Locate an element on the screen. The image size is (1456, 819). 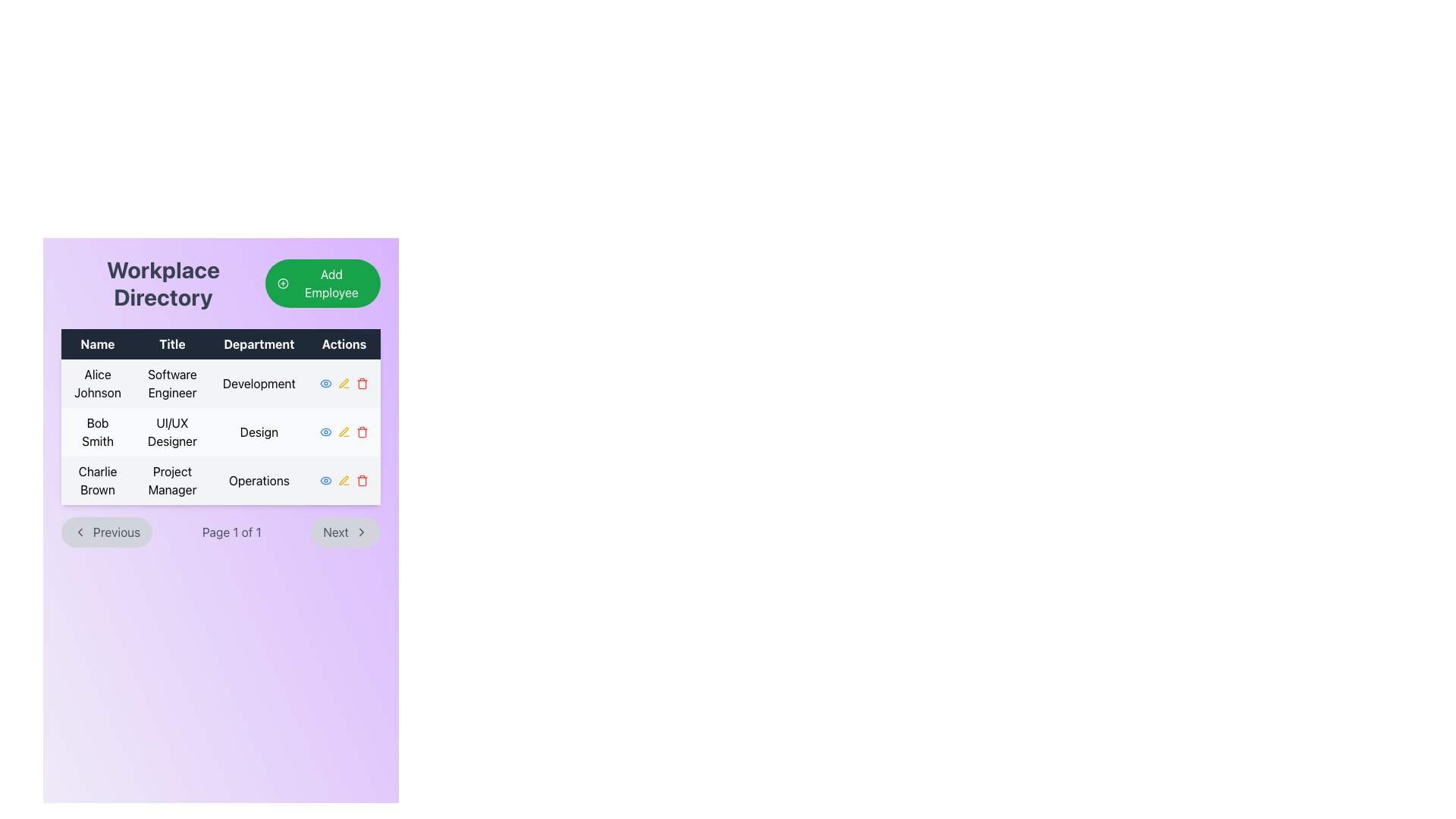
the right-facing chevron-shaped icon located within the light gray circular button labeled 'Next' at the bottom right of the interface is located at coordinates (360, 532).